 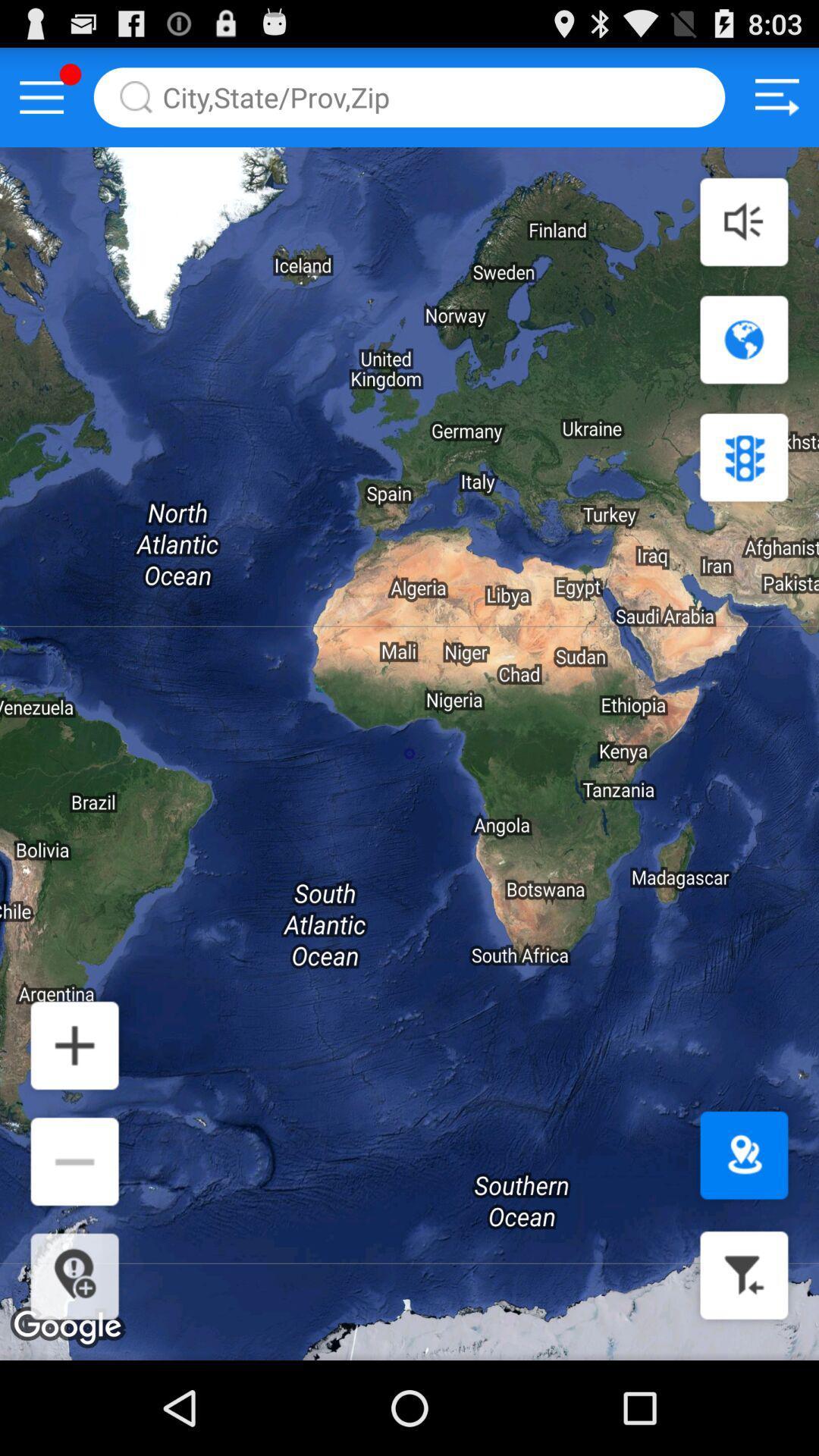 I want to click on the location icon, so click(x=743, y=1236).